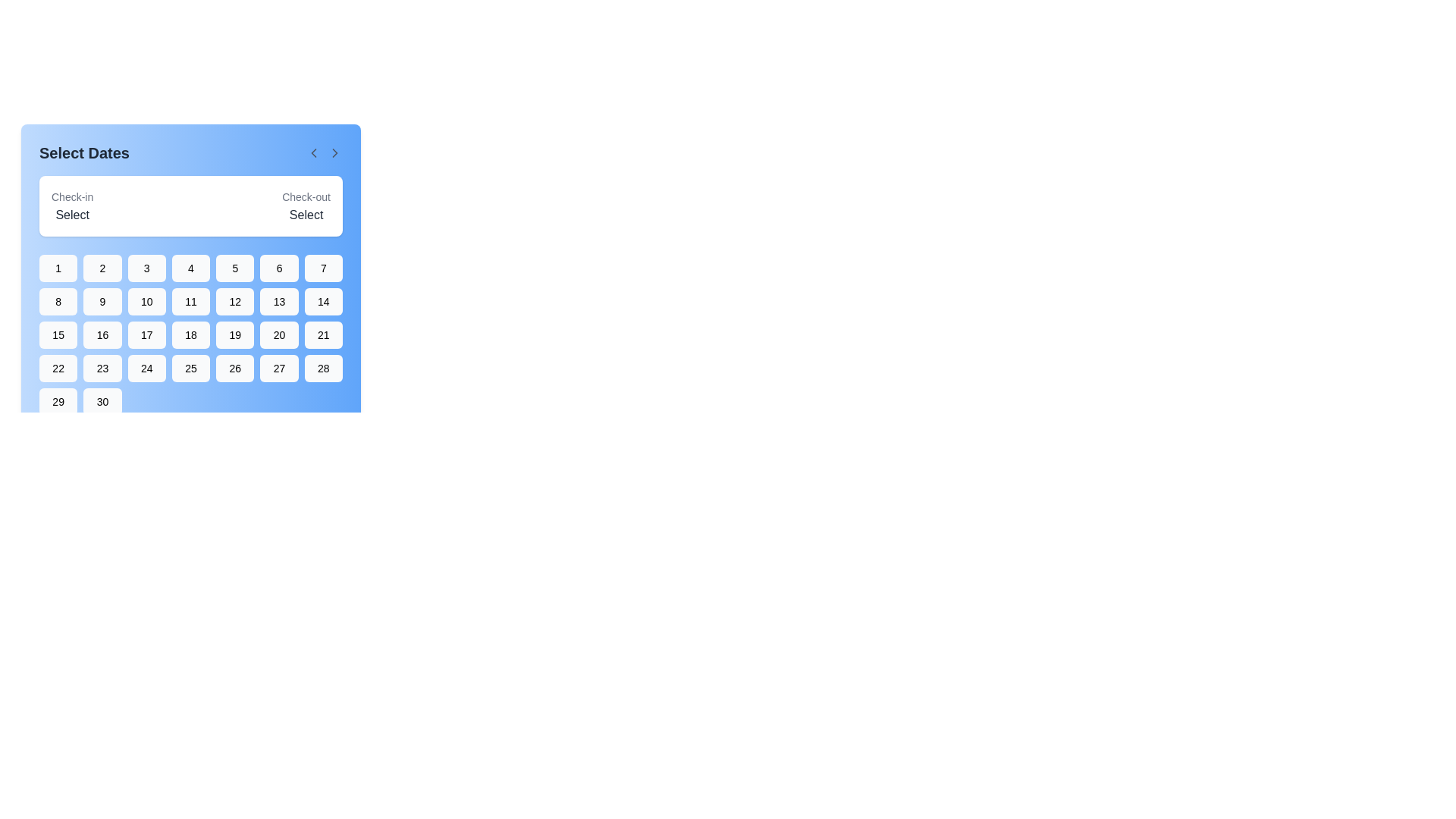 The width and height of the screenshot is (1456, 819). What do you see at coordinates (234, 369) in the screenshot?
I see `the button displaying the numeric text '26' in the calendar grid to observe hover effects` at bounding box center [234, 369].